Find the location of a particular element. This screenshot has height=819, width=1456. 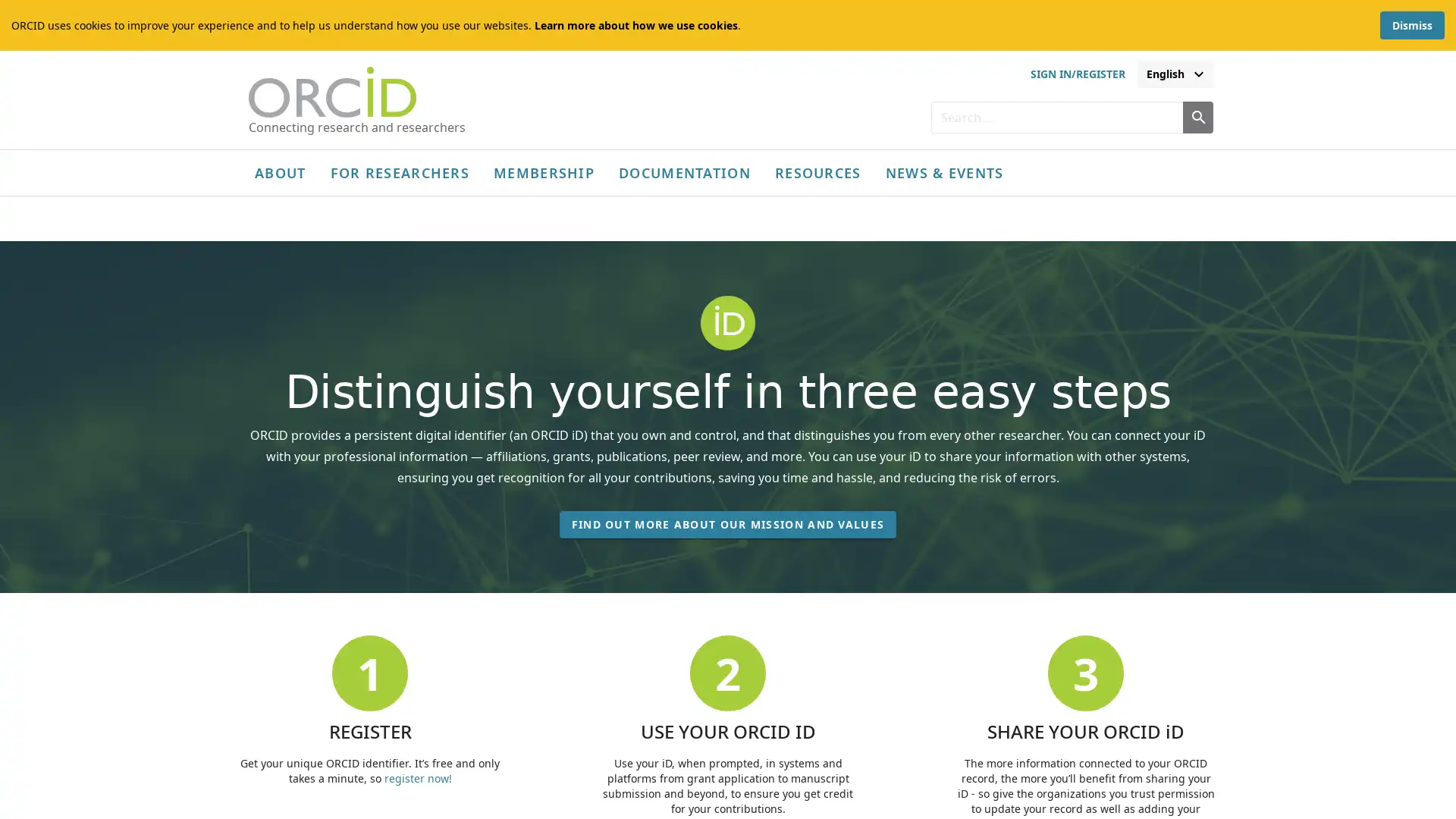

sign in or register is located at coordinates (1076, 74).